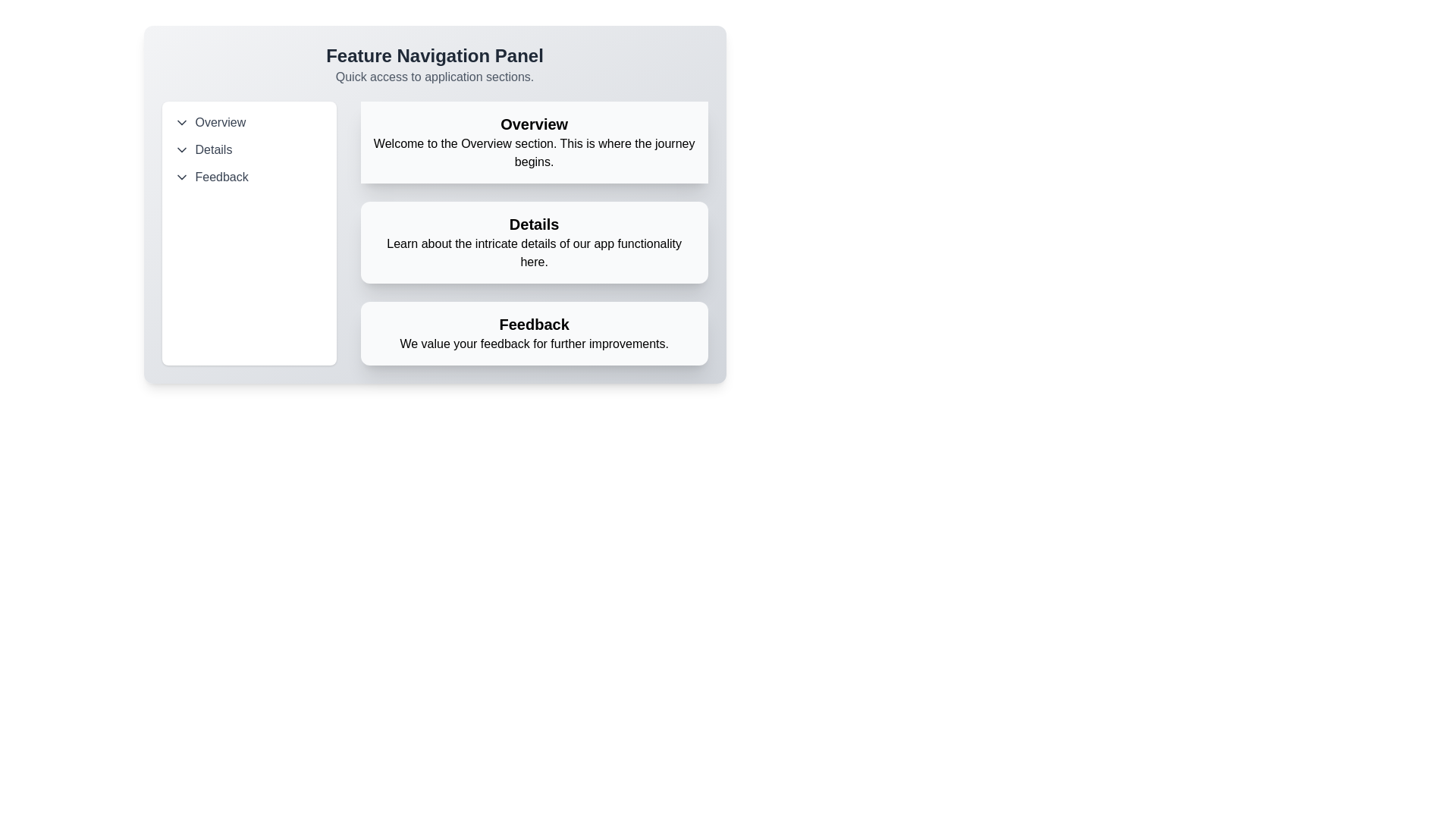 The width and height of the screenshot is (1456, 819). I want to click on the text element that states 'We value your feedback for further improvements.' located below the 'Feedback' heading in a light-gray card section, so click(534, 344).